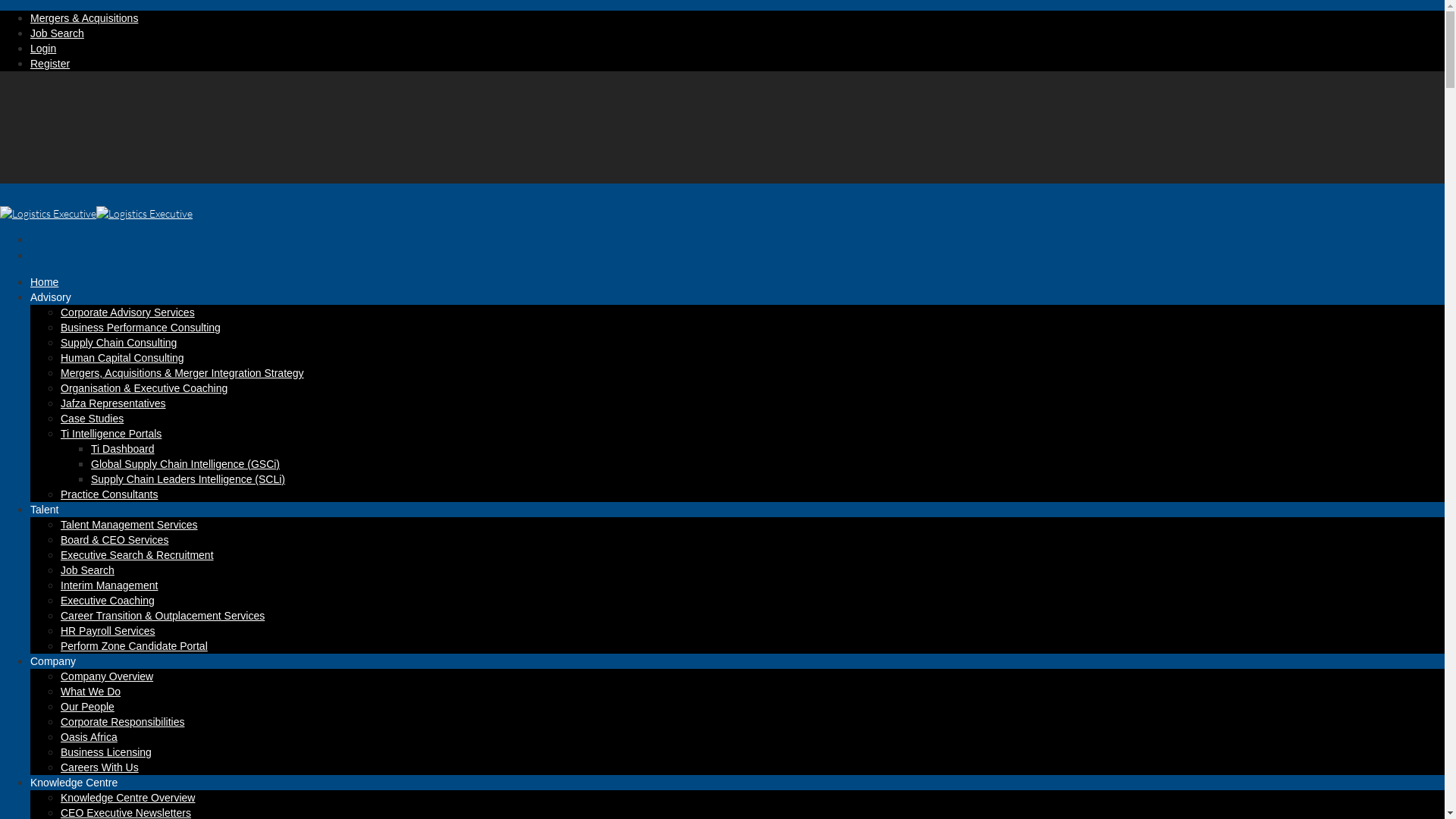 Image resolution: width=1456 pixels, height=819 pixels. What do you see at coordinates (61, 584) in the screenshot?
I see `'Interim Management'` at bounding box center [61, 584].